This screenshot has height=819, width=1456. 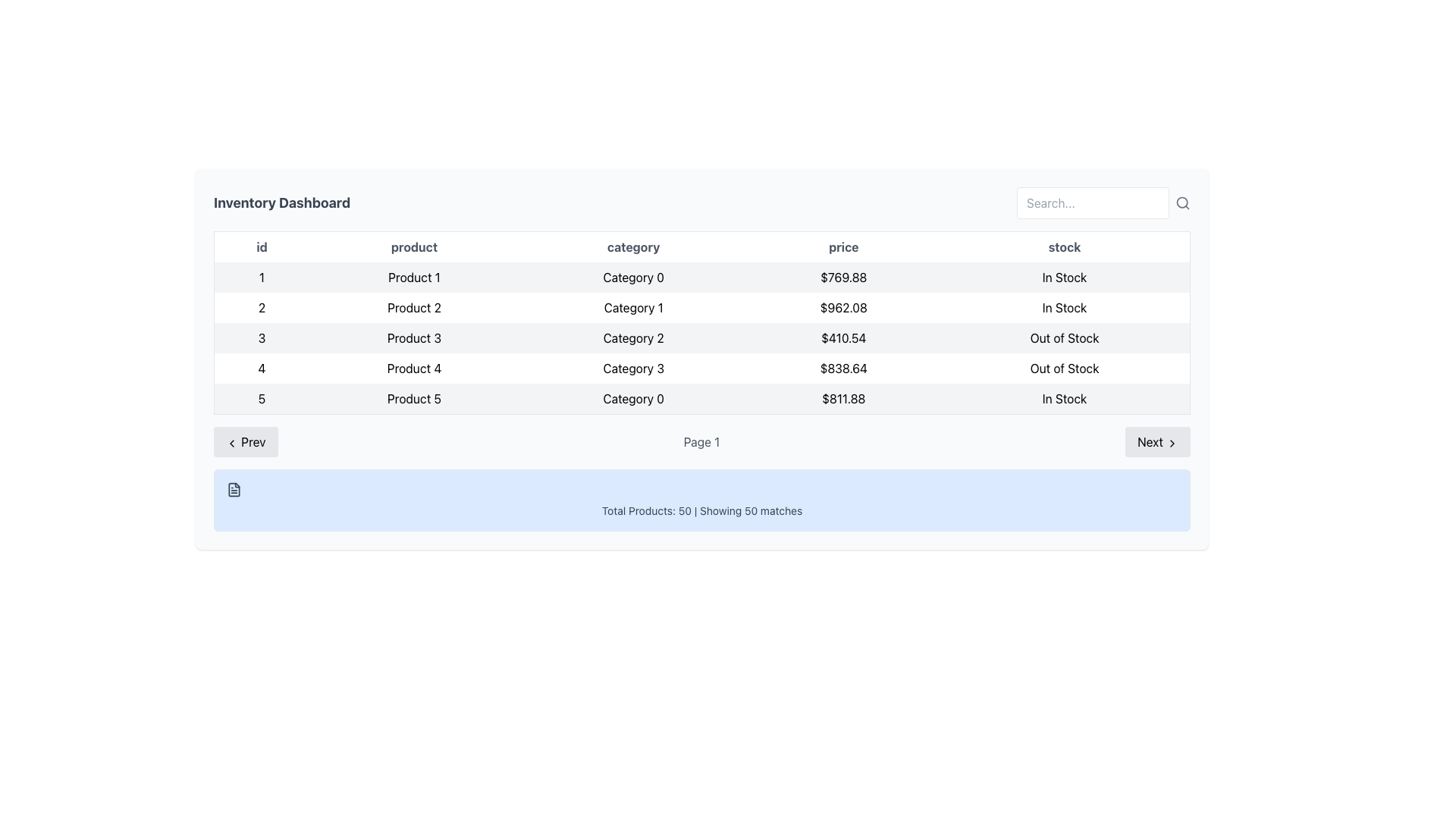 I want to click on the text label displaying the number '5' in the bottom row of the table under the 'id' column, so click(x=262, y=398).